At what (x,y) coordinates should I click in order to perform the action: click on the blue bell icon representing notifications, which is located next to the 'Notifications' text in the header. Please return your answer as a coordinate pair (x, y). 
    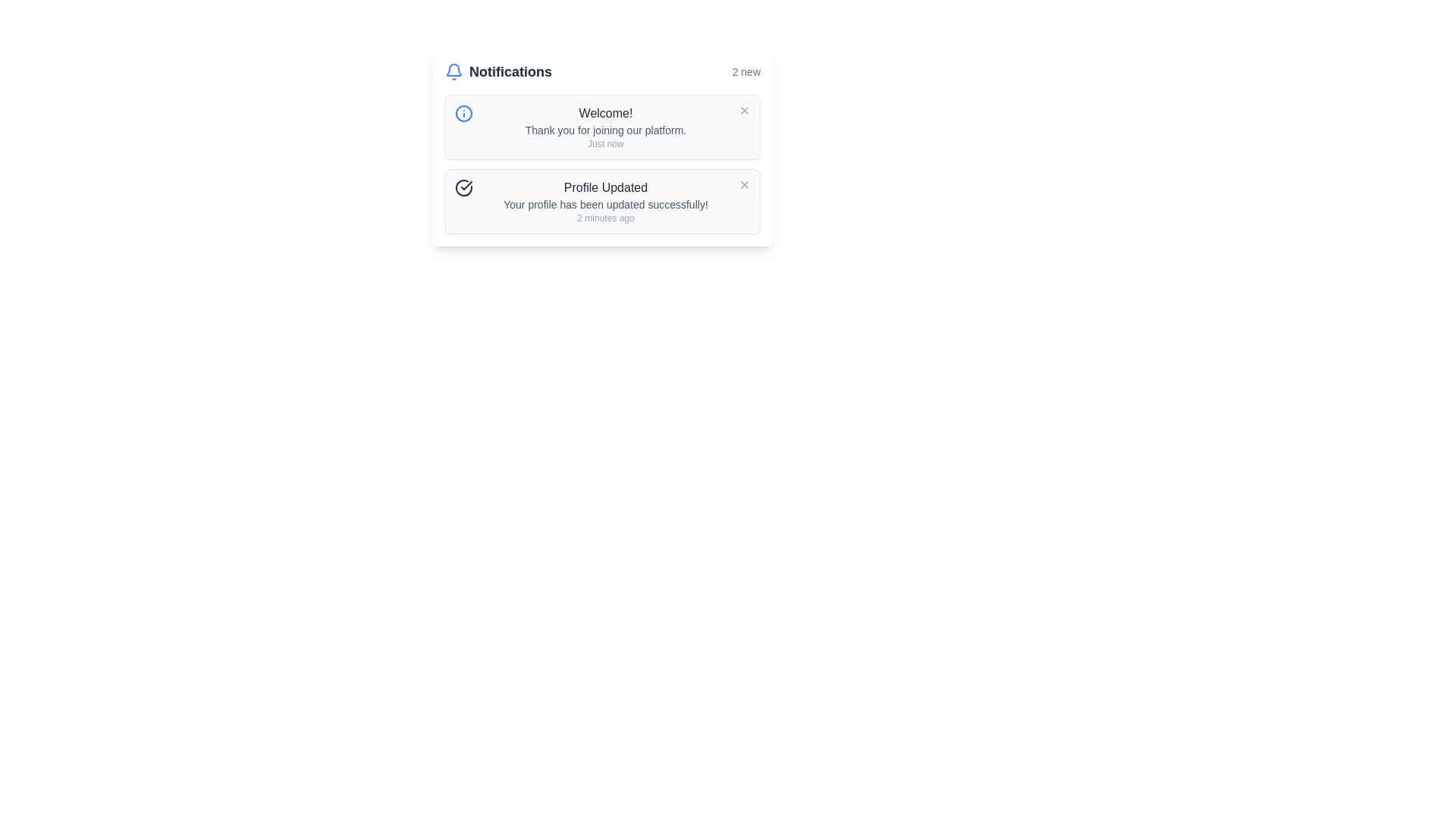
    Looking at the image, I should click on (453, 72).